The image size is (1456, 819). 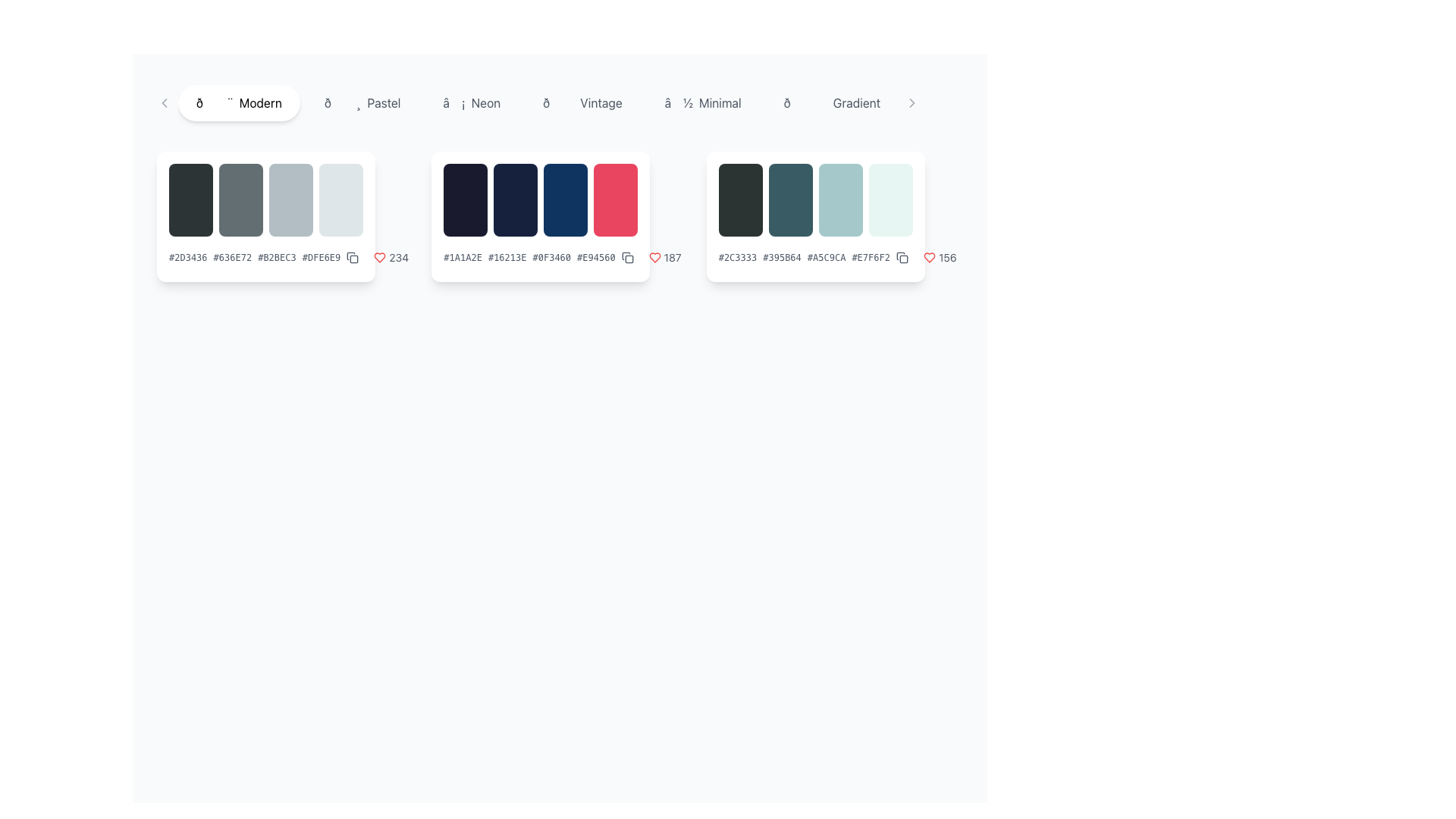 I want to click on the chevron arrow SVG icon located near the top-left corner of the interface, so click(x=164, y=102).